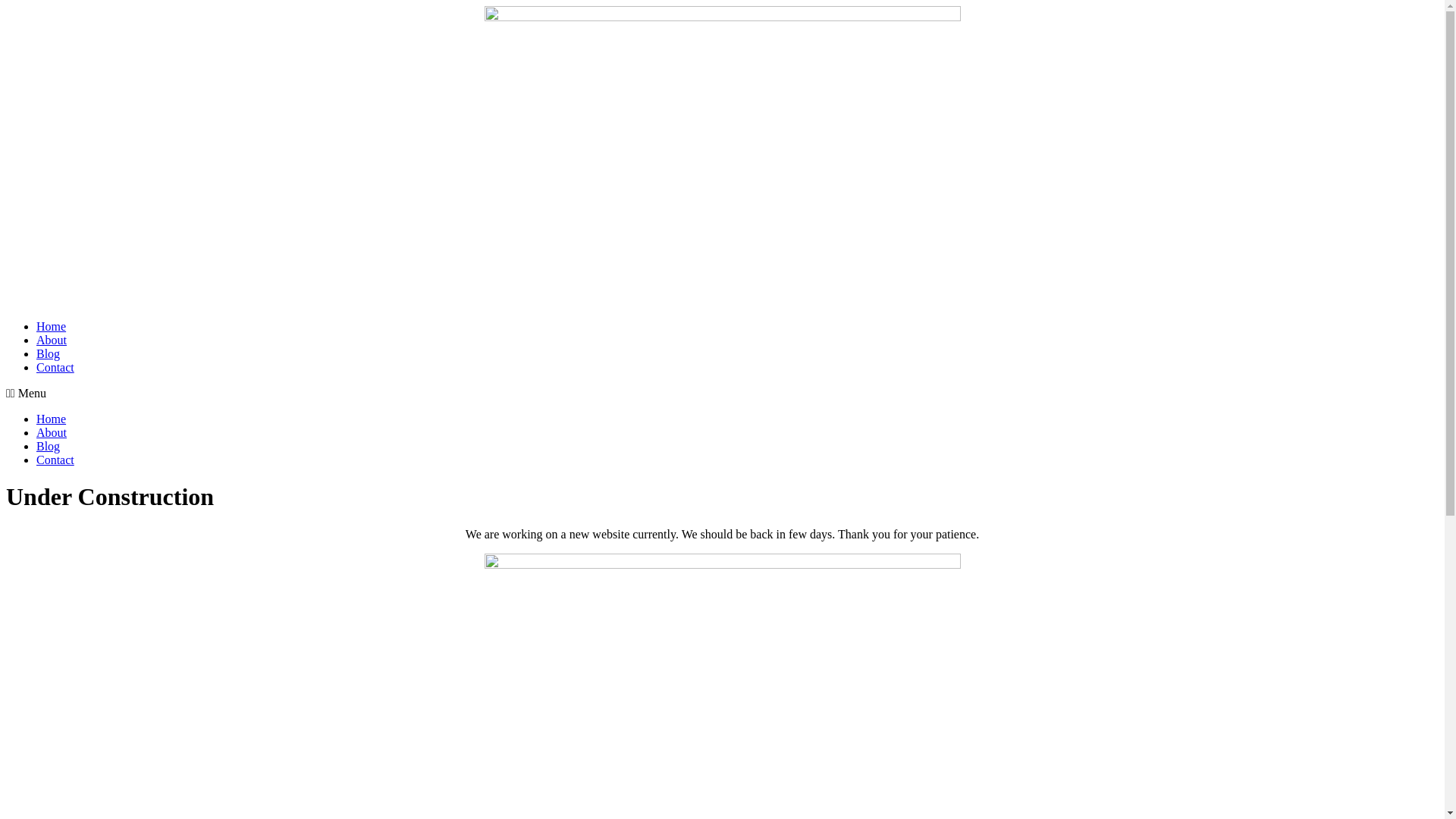 This screenshot has height=819, width=1456. What do you see at coordinates (51, 432) in the screenshot?
I see `'About'` at bounding box center [51, 432].